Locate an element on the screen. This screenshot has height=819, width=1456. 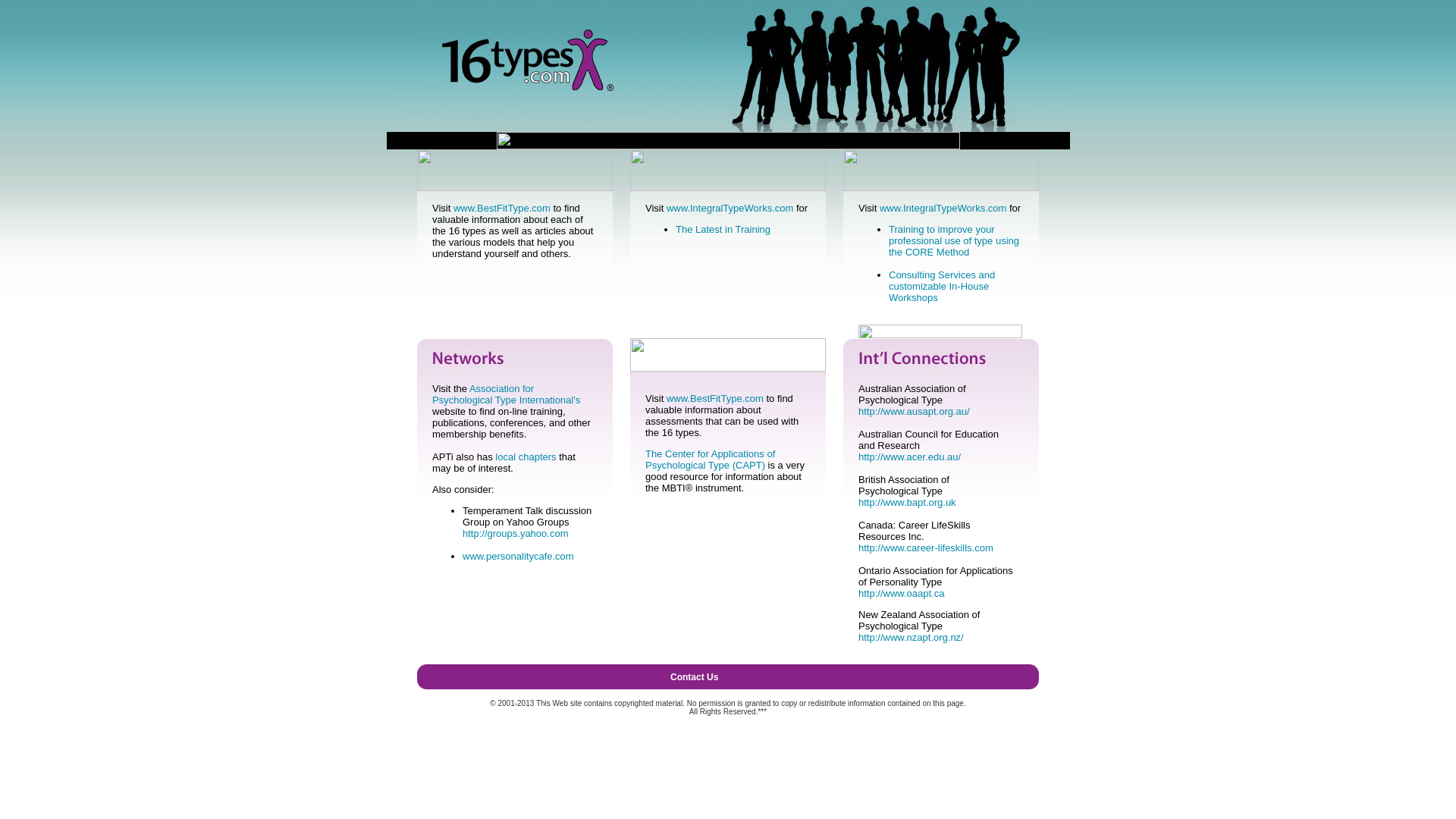
'www.IntegralTypeWorks.com' is located at coordinates (666, 208).